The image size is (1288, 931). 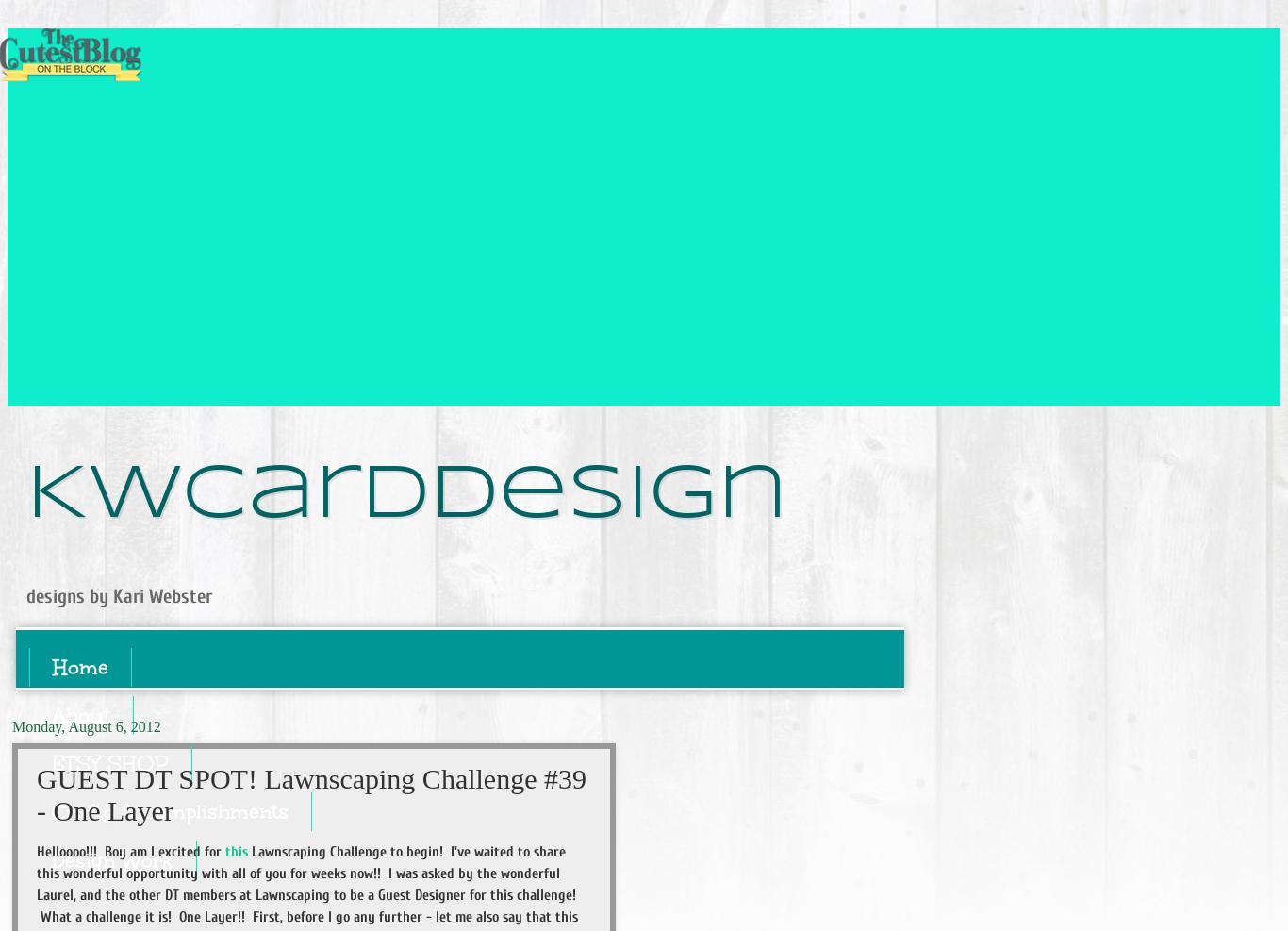 I want to click on 'Crafty Accomplishments', so click(x=169, y=810).